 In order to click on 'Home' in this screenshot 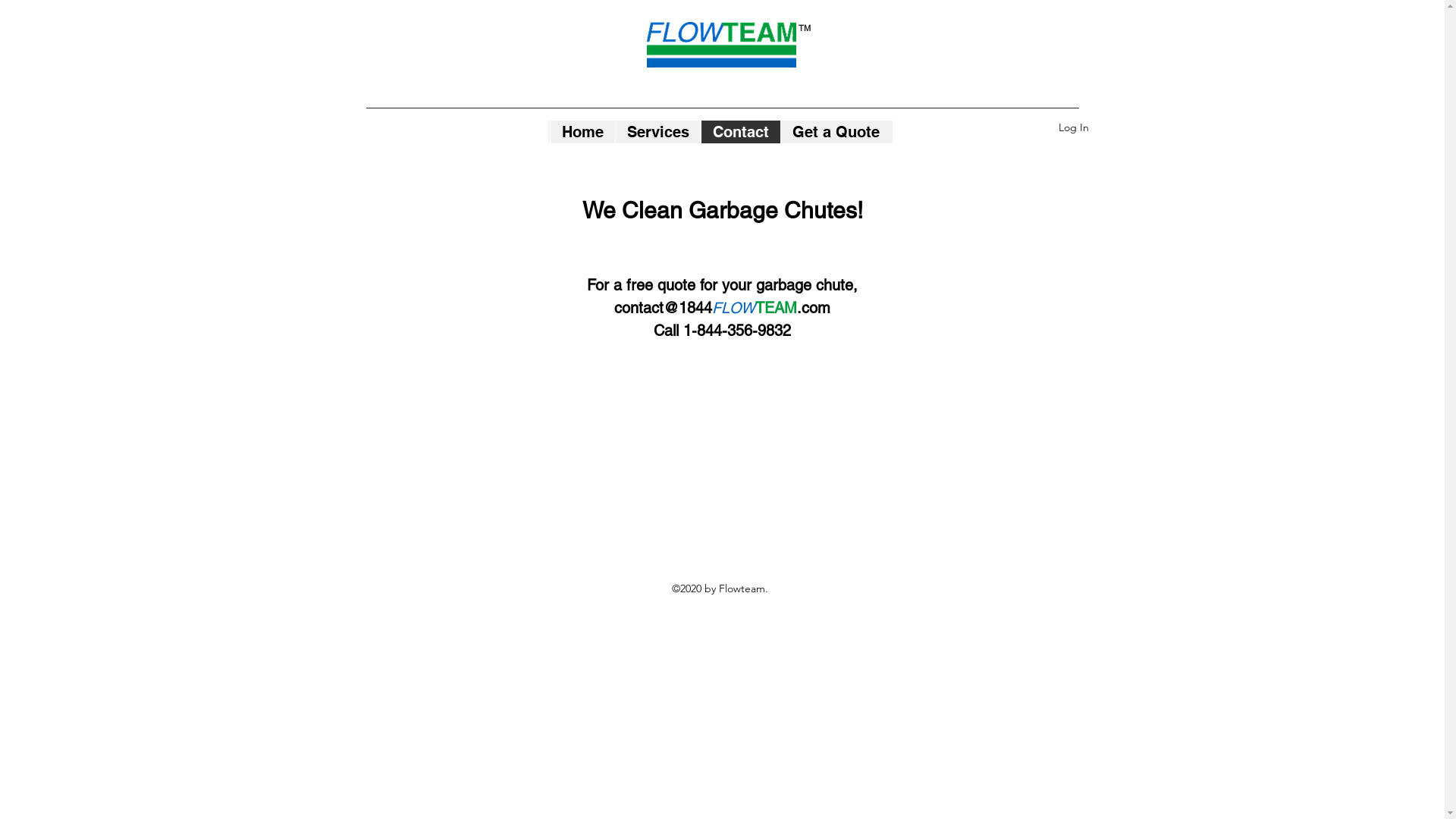, I will do `click(581, 130)`.